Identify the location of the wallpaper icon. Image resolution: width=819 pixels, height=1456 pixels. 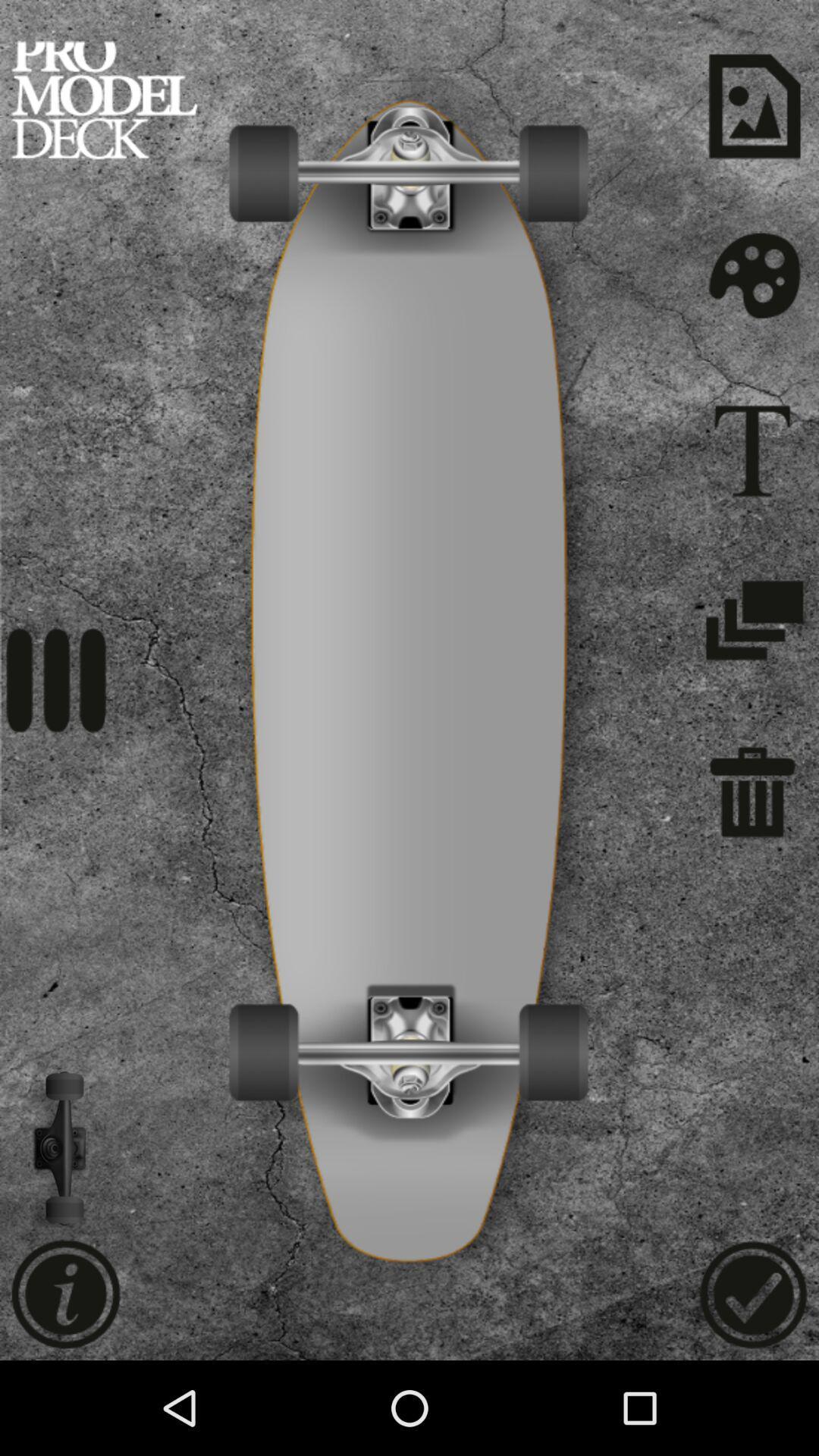
(752, 112).